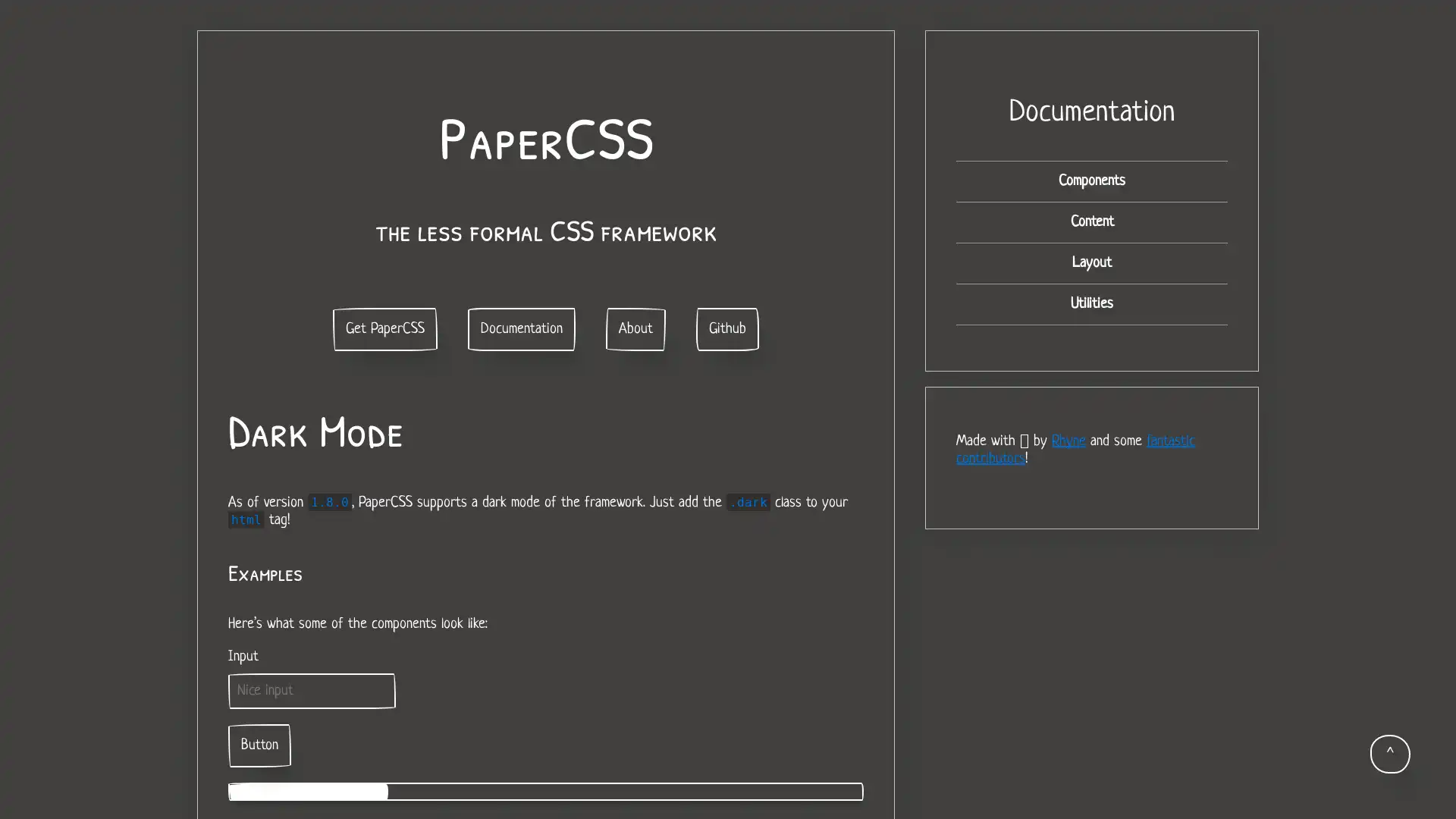 The height and width of the screenshot is (819, 1456). I want to click on Button, so click(259, 745).